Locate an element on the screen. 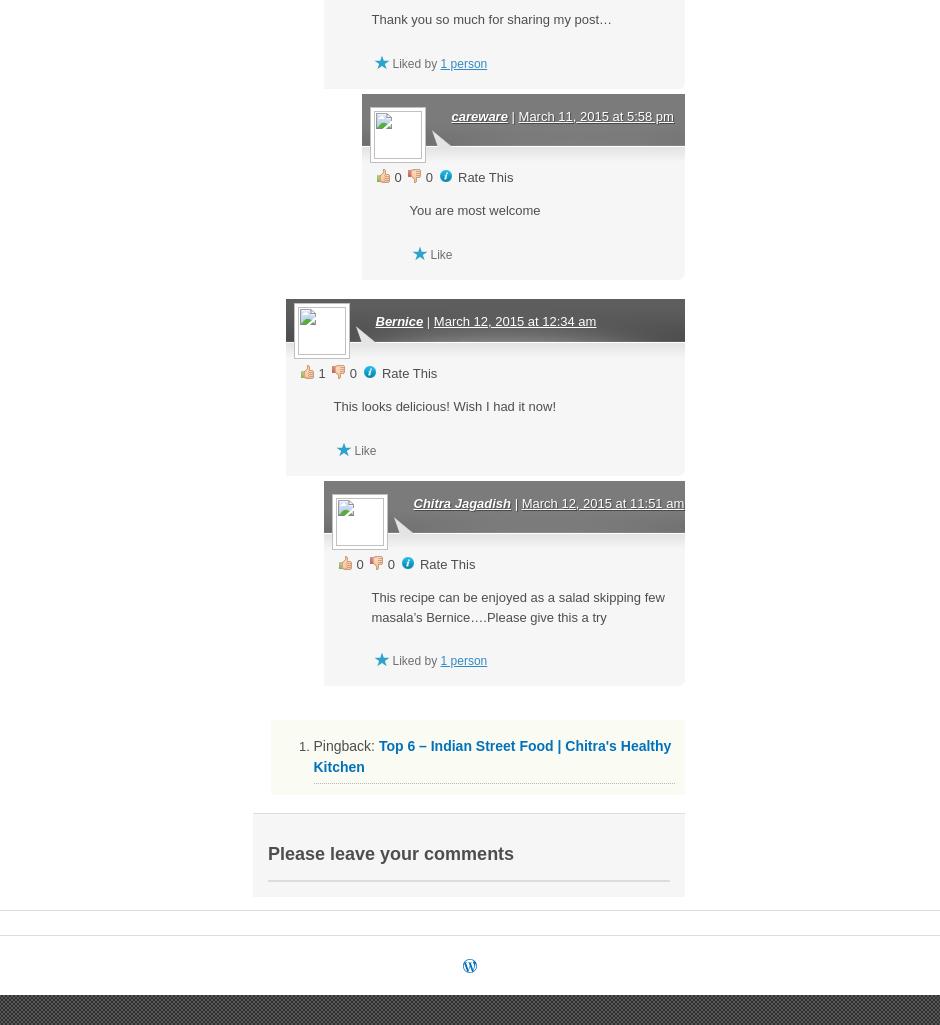  'Thank you so much for sharing my post…' is located at coordinates (491, 19).